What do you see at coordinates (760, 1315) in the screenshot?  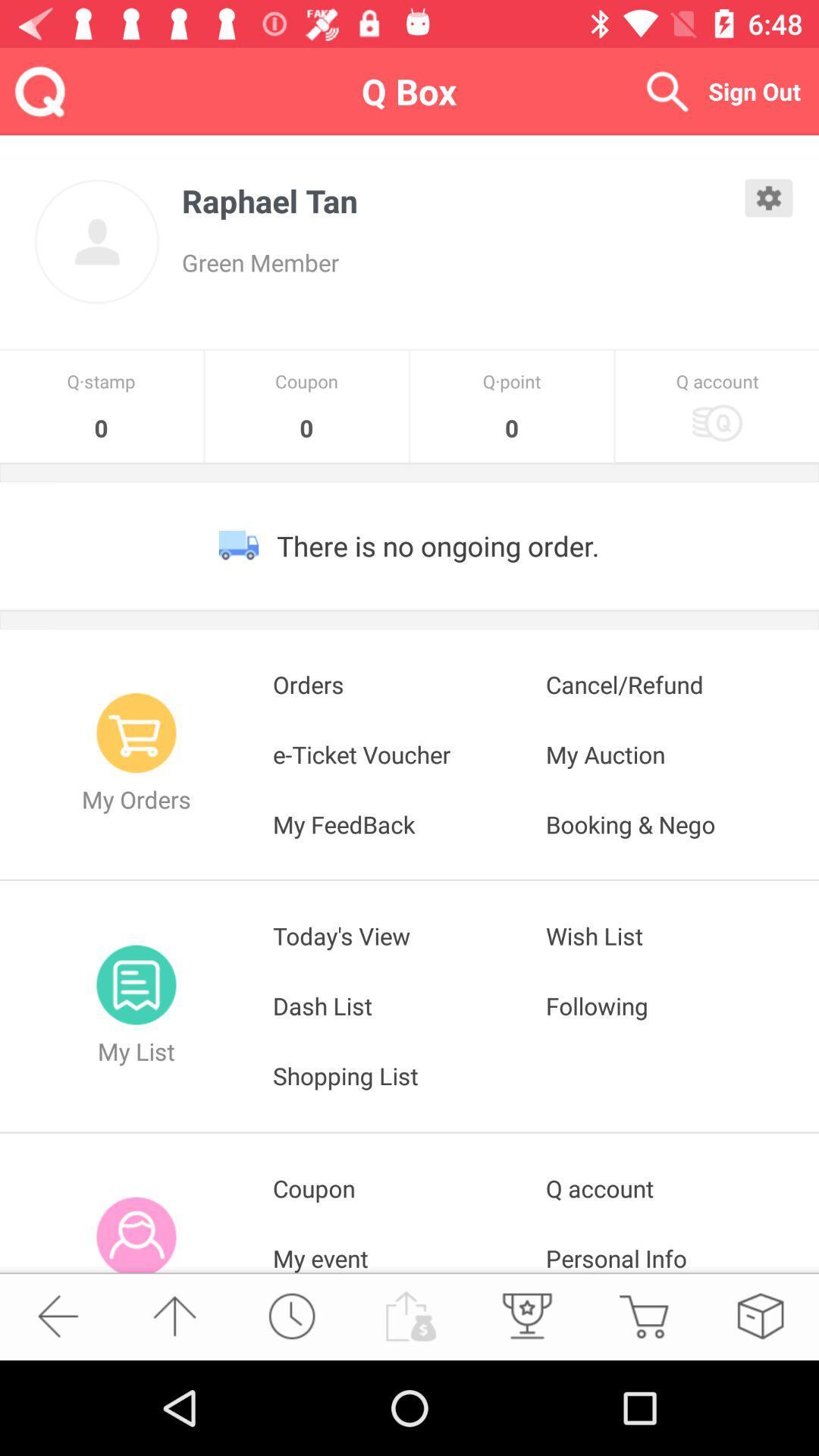 I see `in the right corner there will be a shopping cart click on the icon next to it that will be a box` at bounding box center [760, 1315].